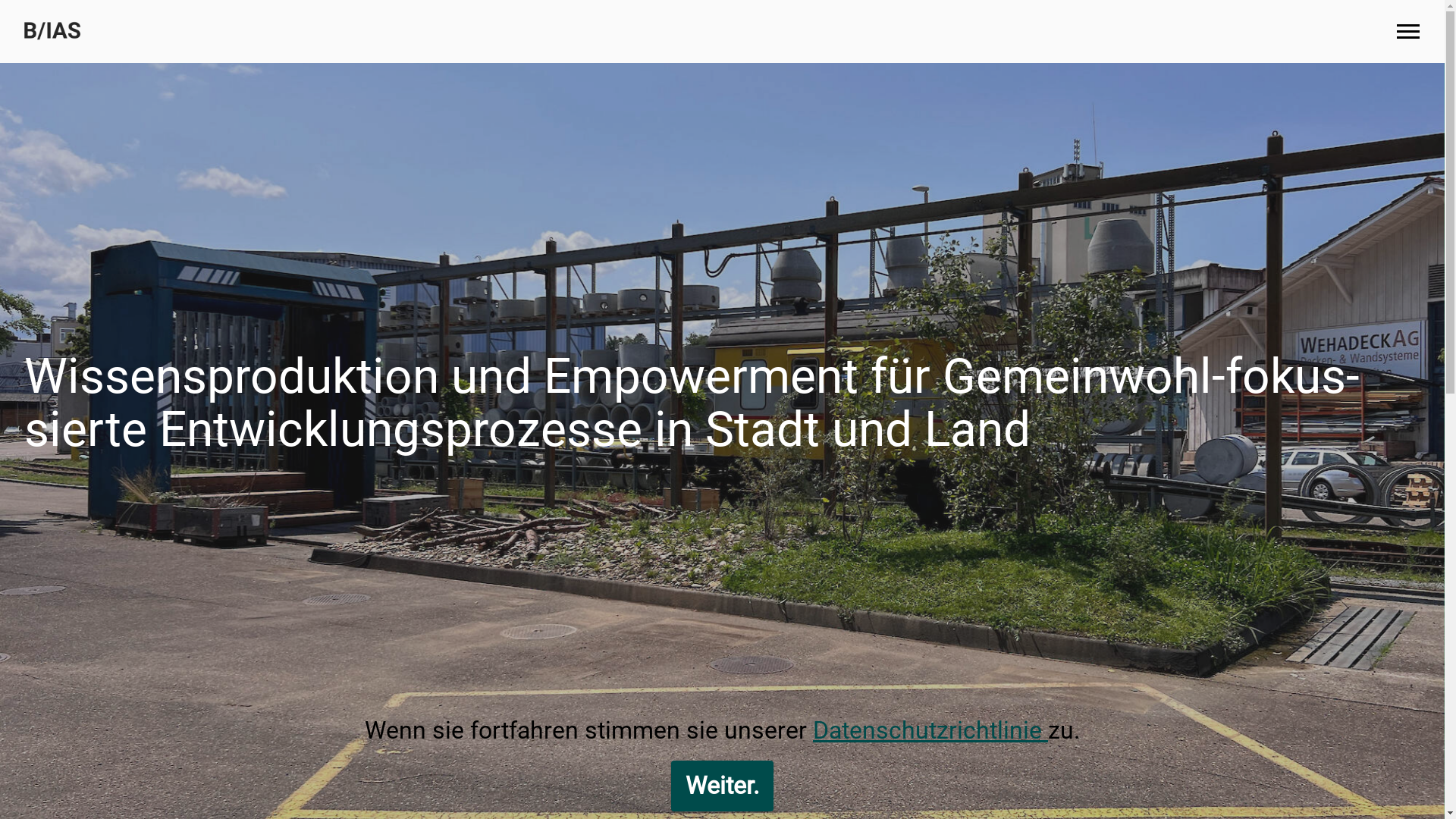 The image size is (1456, 819). I want to click on 'Weiter.', so click(721, 785).